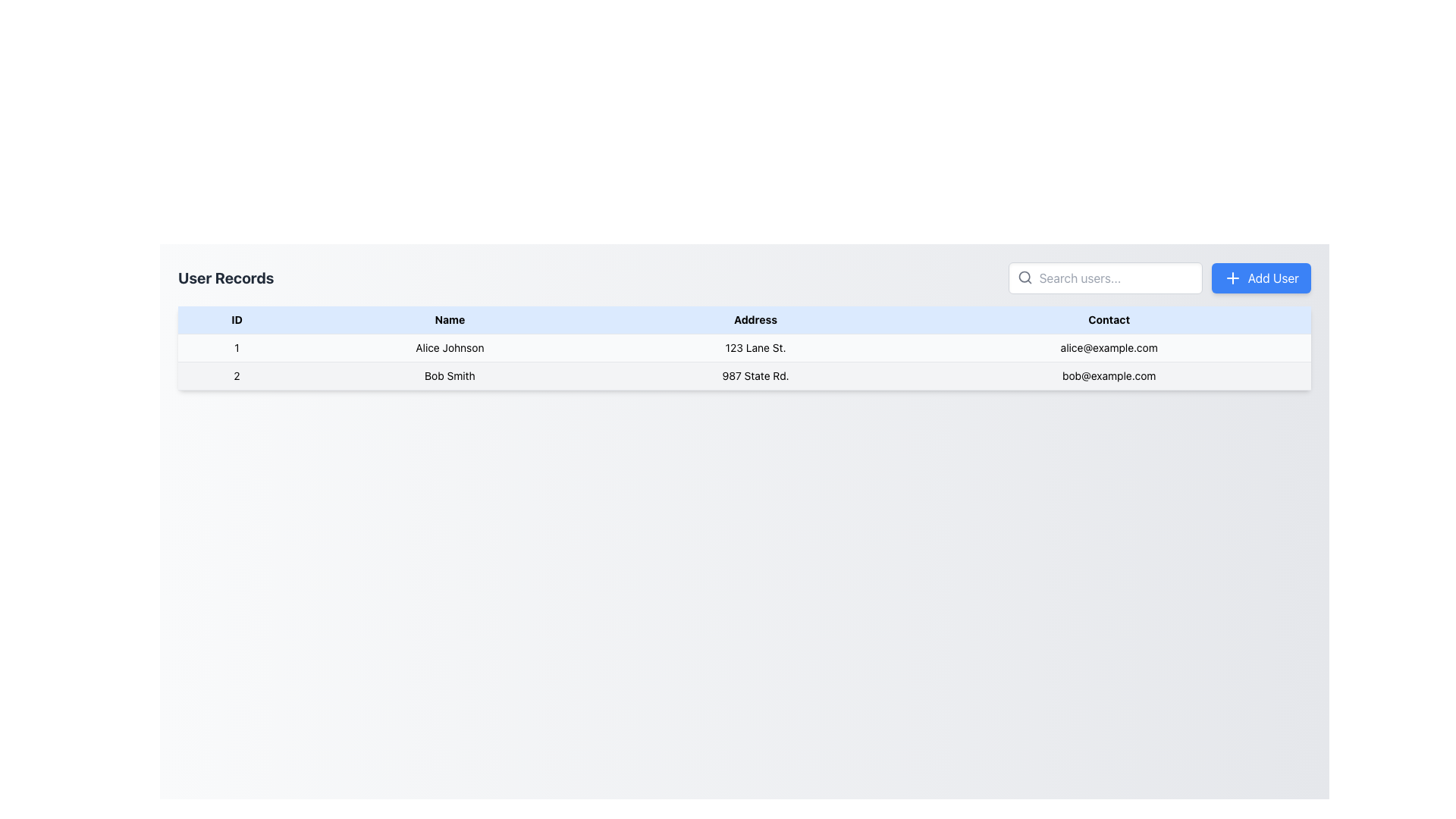 This screenshot has height=819, width=1456. I want to click on the 'Name' column header in the table, so click(449, 319).